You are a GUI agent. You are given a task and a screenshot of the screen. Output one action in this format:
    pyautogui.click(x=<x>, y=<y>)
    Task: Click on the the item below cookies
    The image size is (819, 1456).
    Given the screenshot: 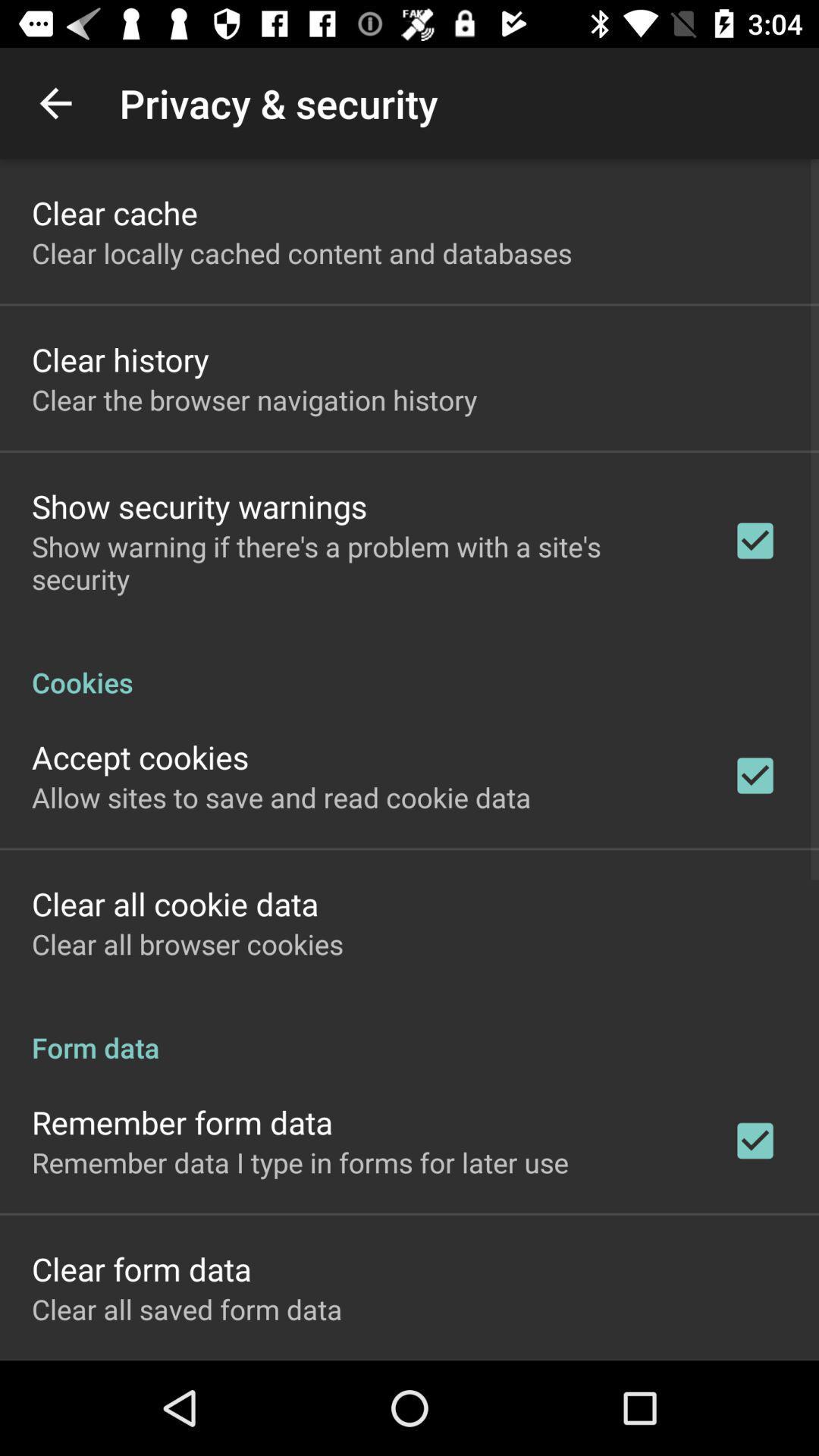 What is the action you would take?
    pyautogui.click(x=140, y=757)
    